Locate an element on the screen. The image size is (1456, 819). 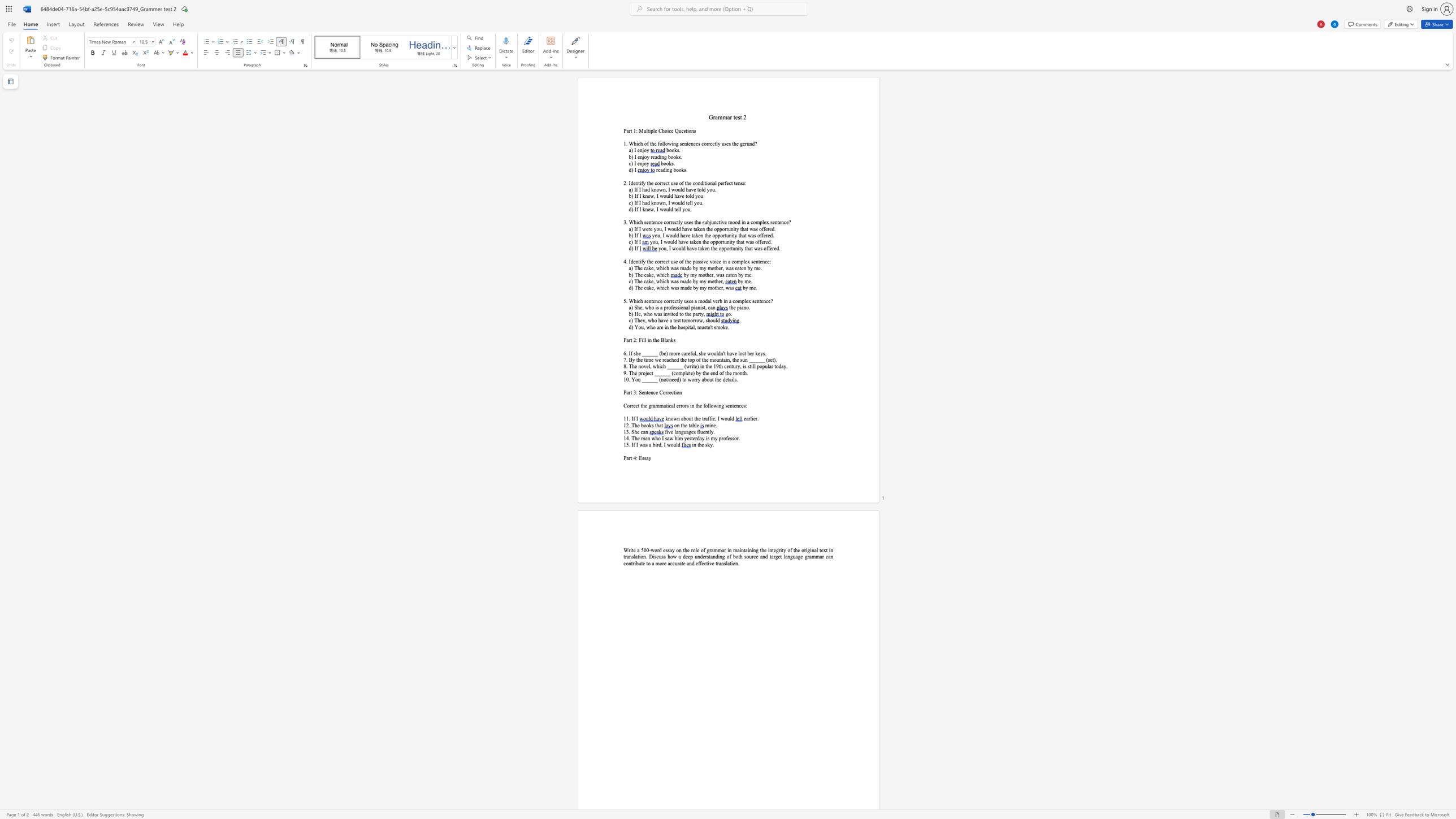
the space between the continuous character "i" and "n" in the text is located at coordinates (743, 222).